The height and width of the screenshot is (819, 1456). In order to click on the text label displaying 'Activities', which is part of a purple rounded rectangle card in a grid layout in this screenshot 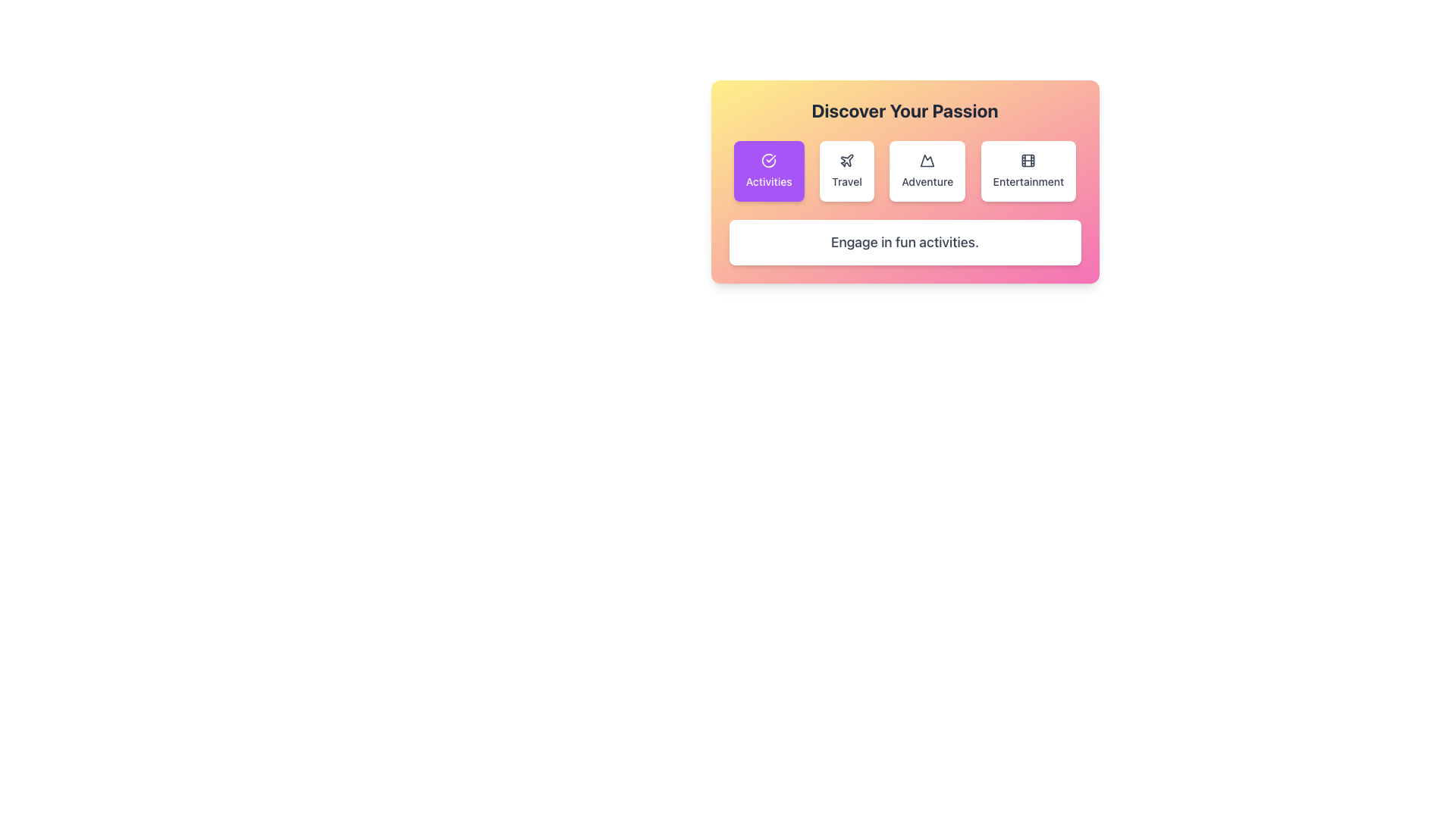, I will do `click(769, 180)`.